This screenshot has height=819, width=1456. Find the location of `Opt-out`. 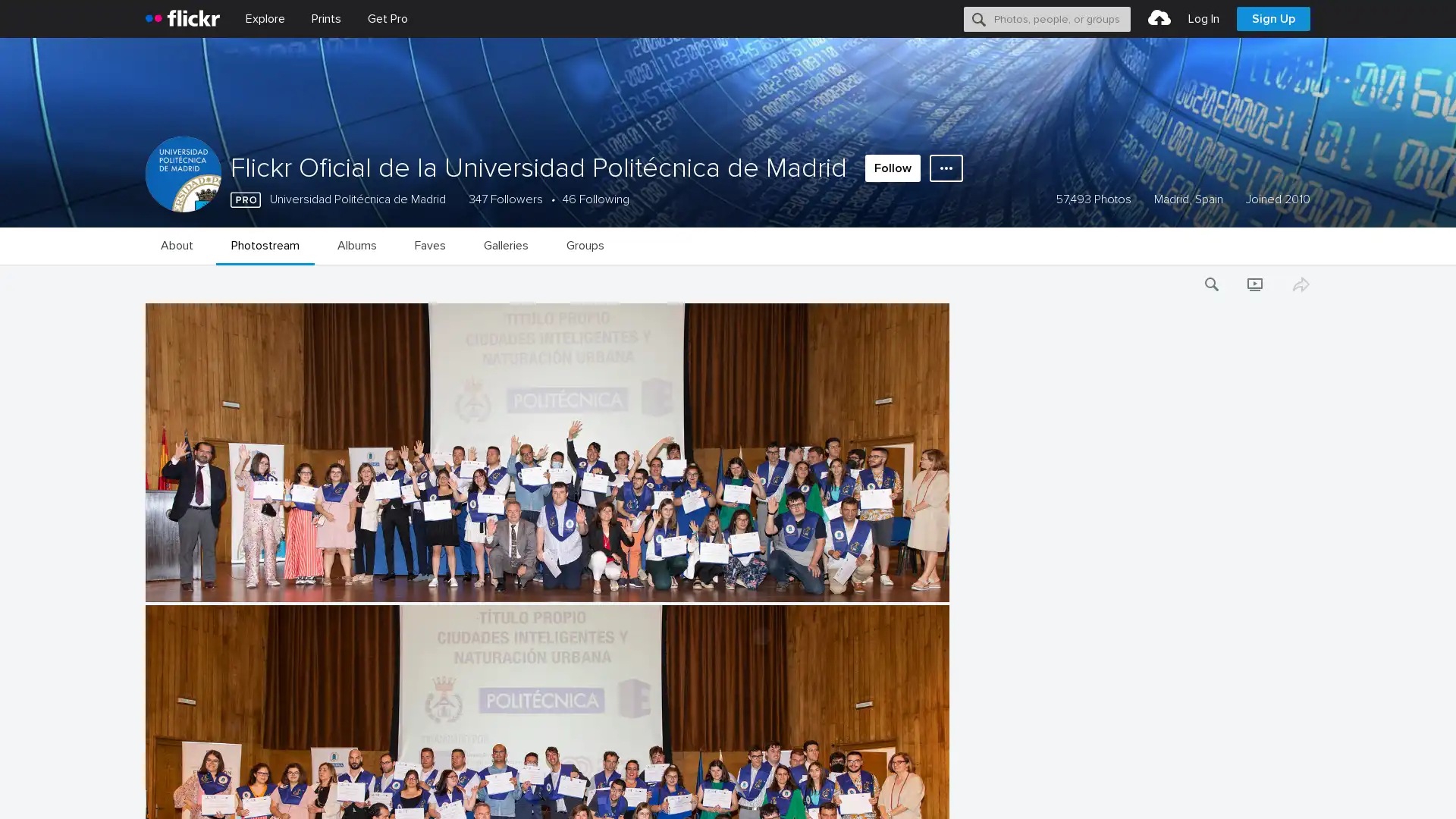

Opt-out is located at coordinates (1225, 789).